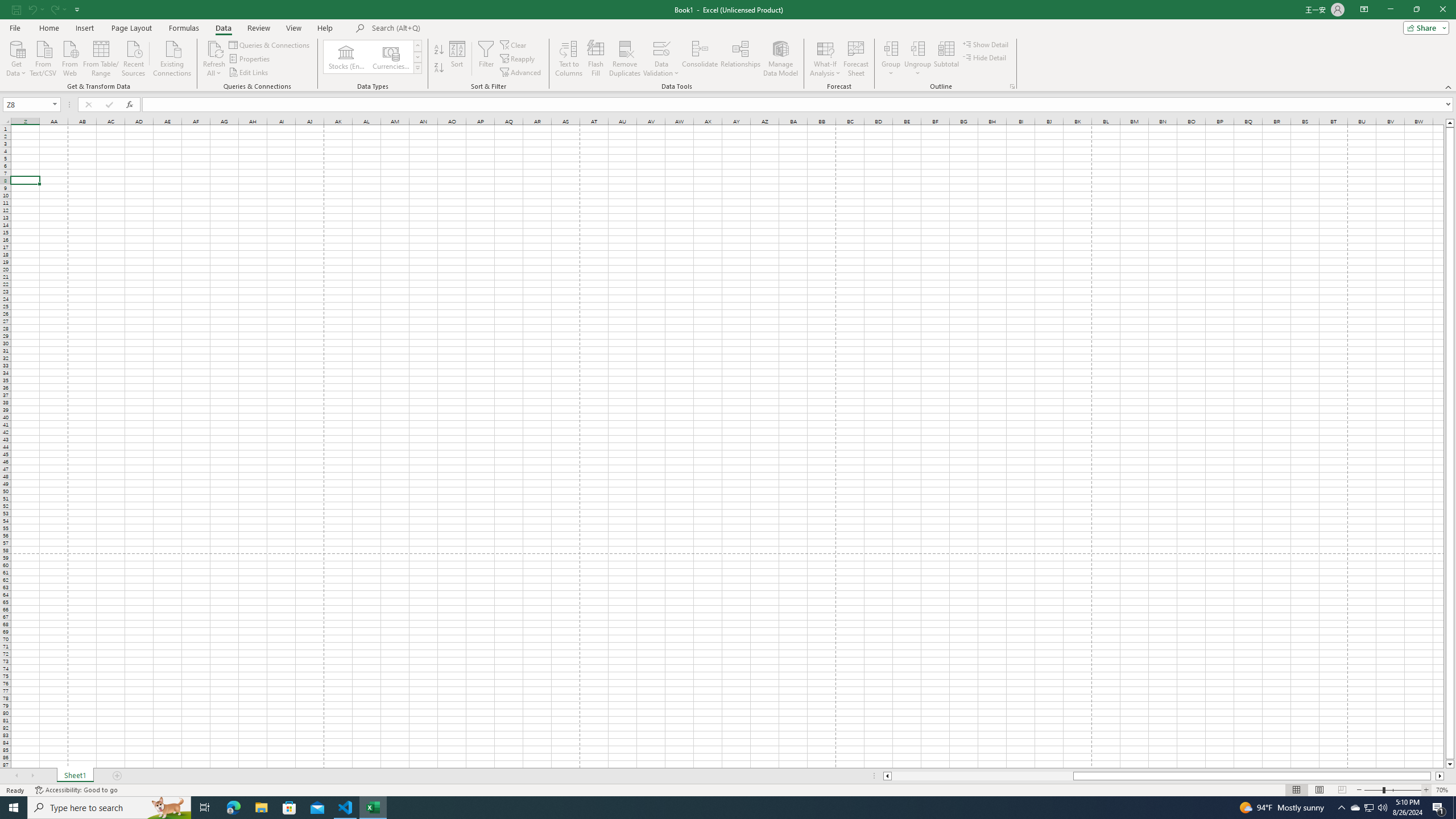  Describe the element at coordinates (985, 56) in the screenshot. I see `'Hide Detail'` at that location.